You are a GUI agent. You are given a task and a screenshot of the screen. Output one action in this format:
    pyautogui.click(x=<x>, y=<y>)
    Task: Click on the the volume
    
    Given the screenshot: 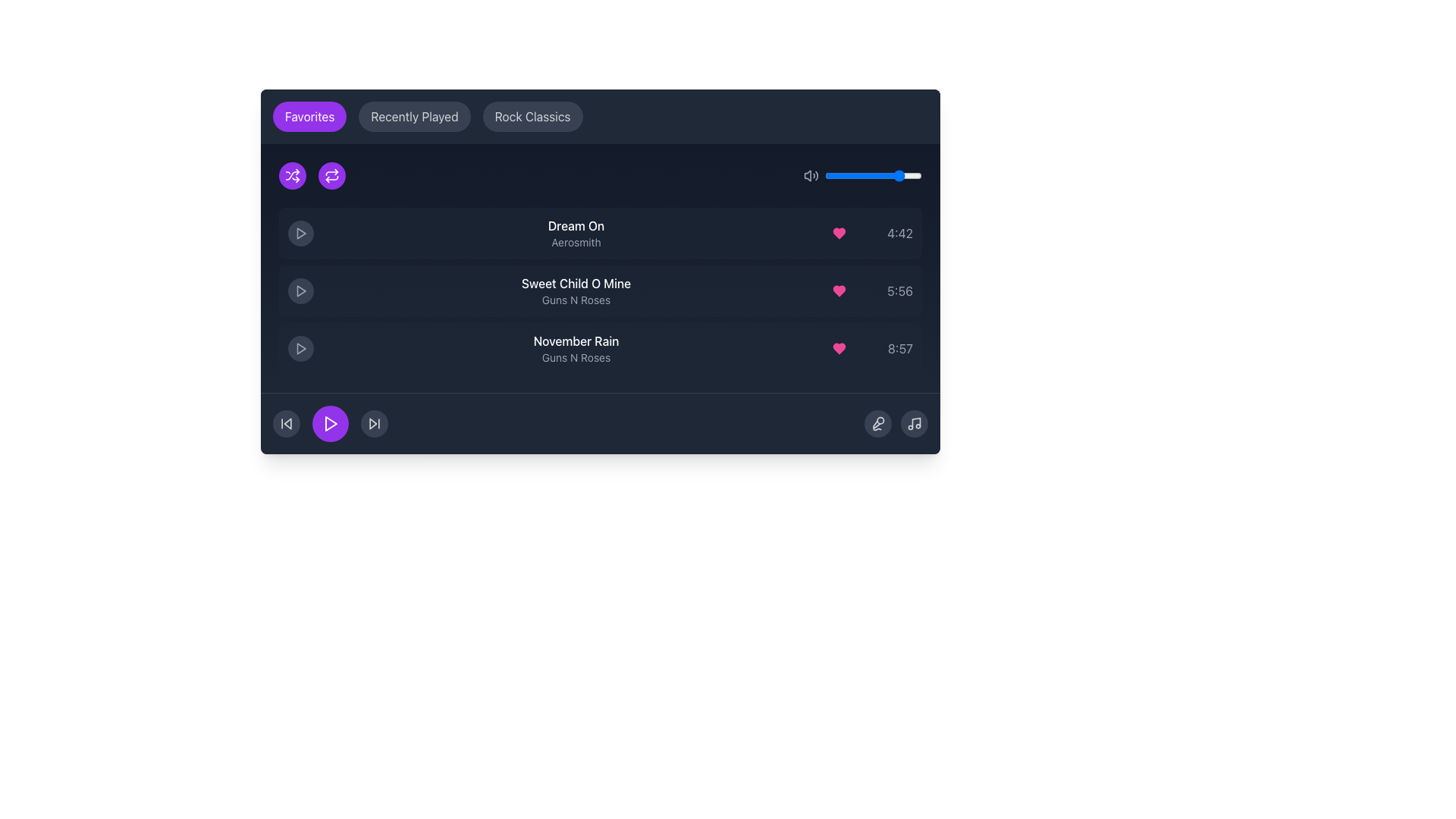 What is the action you would take?
    pyautogui.click(x=877, y=174)
    